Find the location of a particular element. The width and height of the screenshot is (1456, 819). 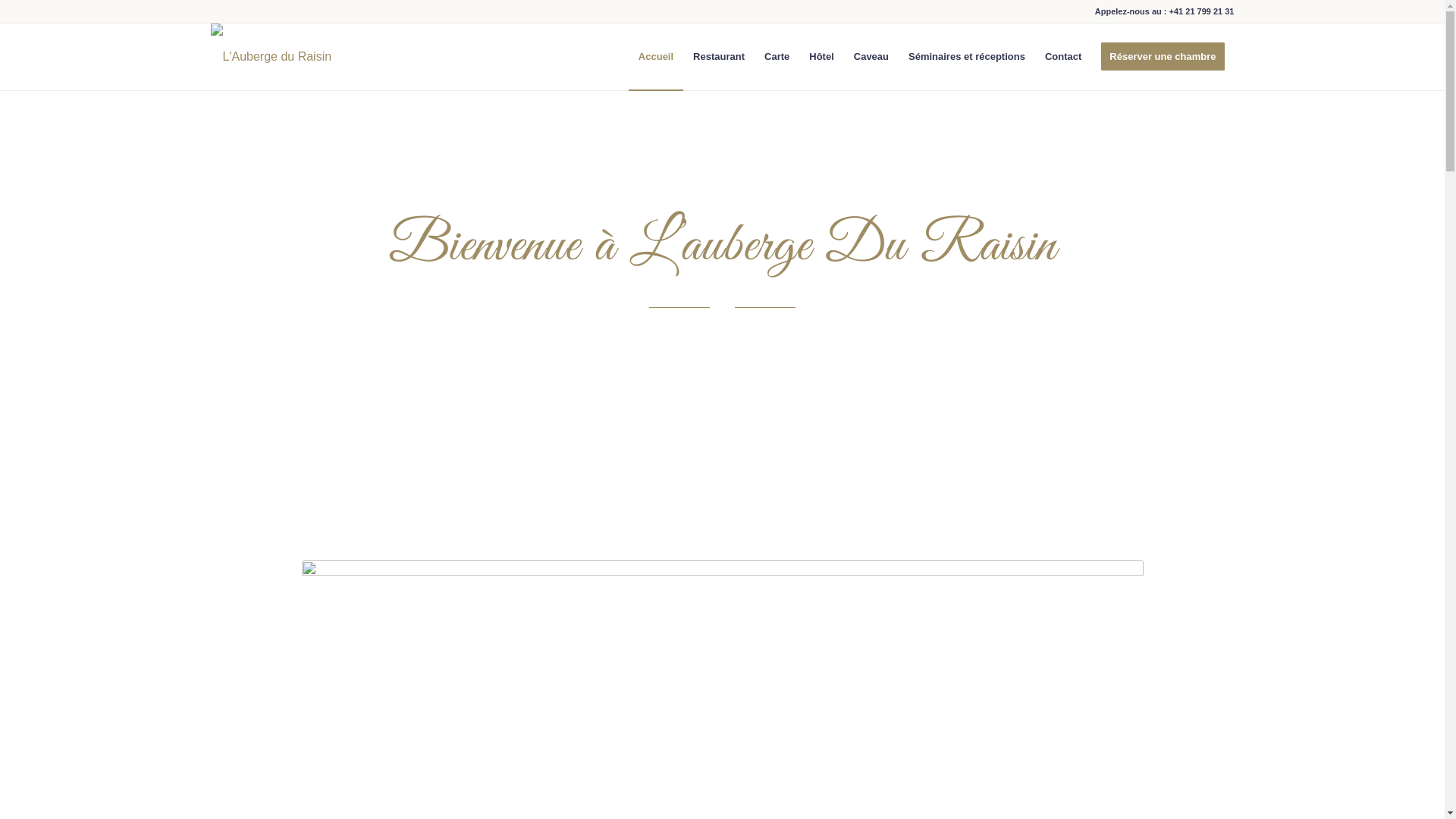

'Carte' is located at coordinates (754, 55).